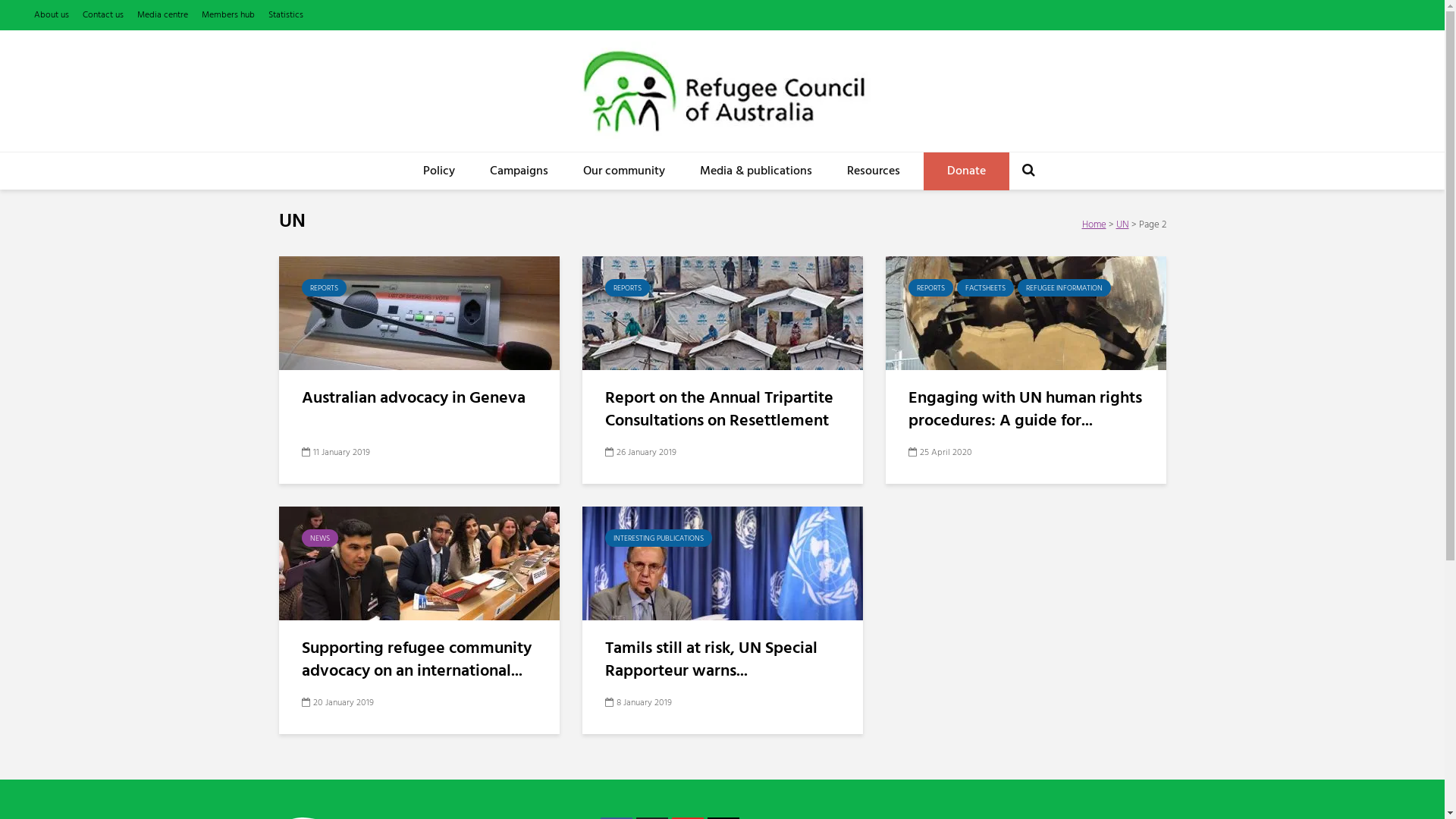  What do you see at coordinates (51, 14) in the screenshot?
I see `'About us'` at bounding box center [51, 14].